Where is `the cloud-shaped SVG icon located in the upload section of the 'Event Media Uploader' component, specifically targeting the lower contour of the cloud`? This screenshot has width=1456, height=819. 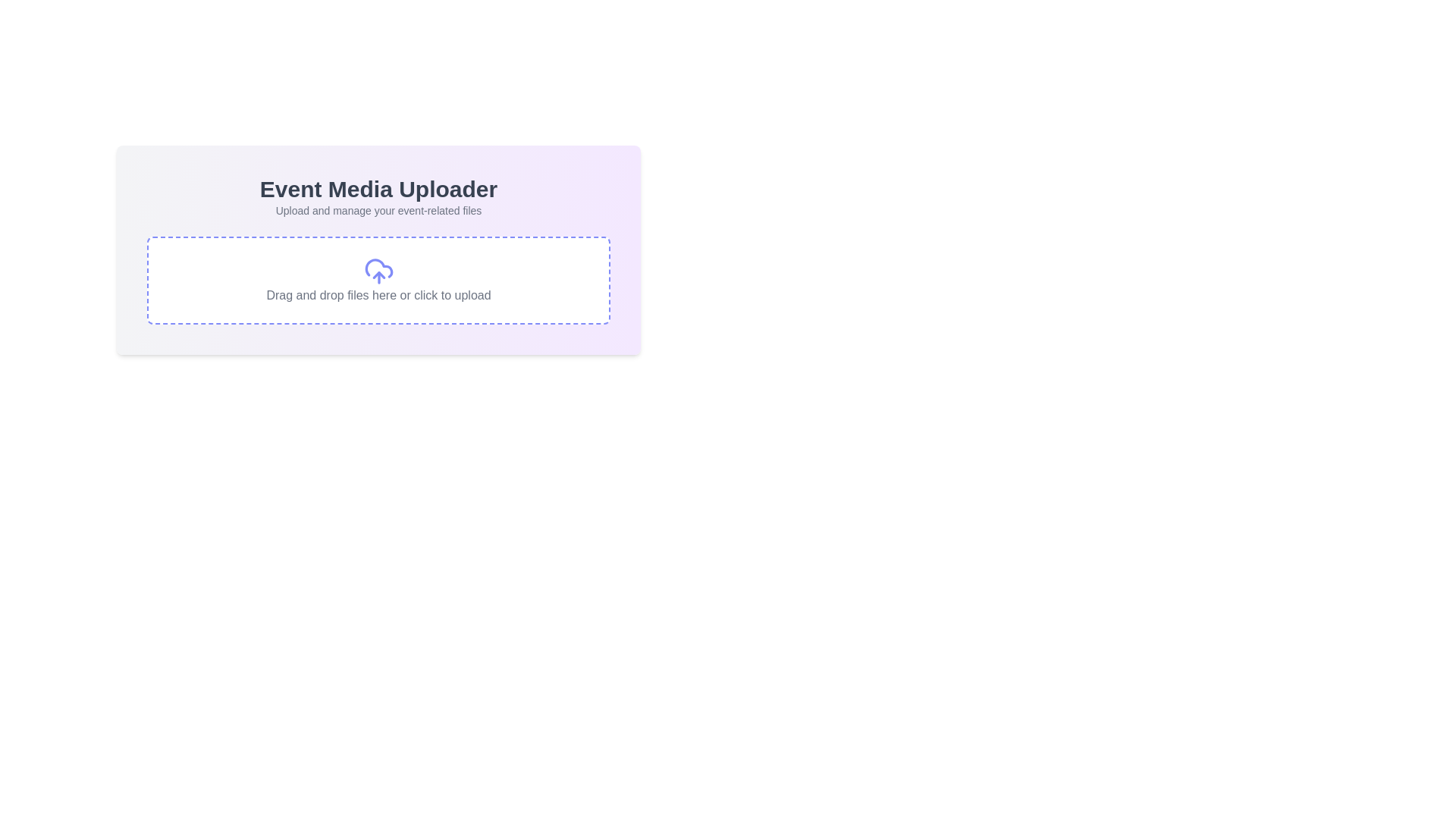 the cloud-shaped SVG icon located in the upload section of the 'Event Media Uploader' component, specifically targeting the lower contour of the cloud is located at coordinates (378, 268).